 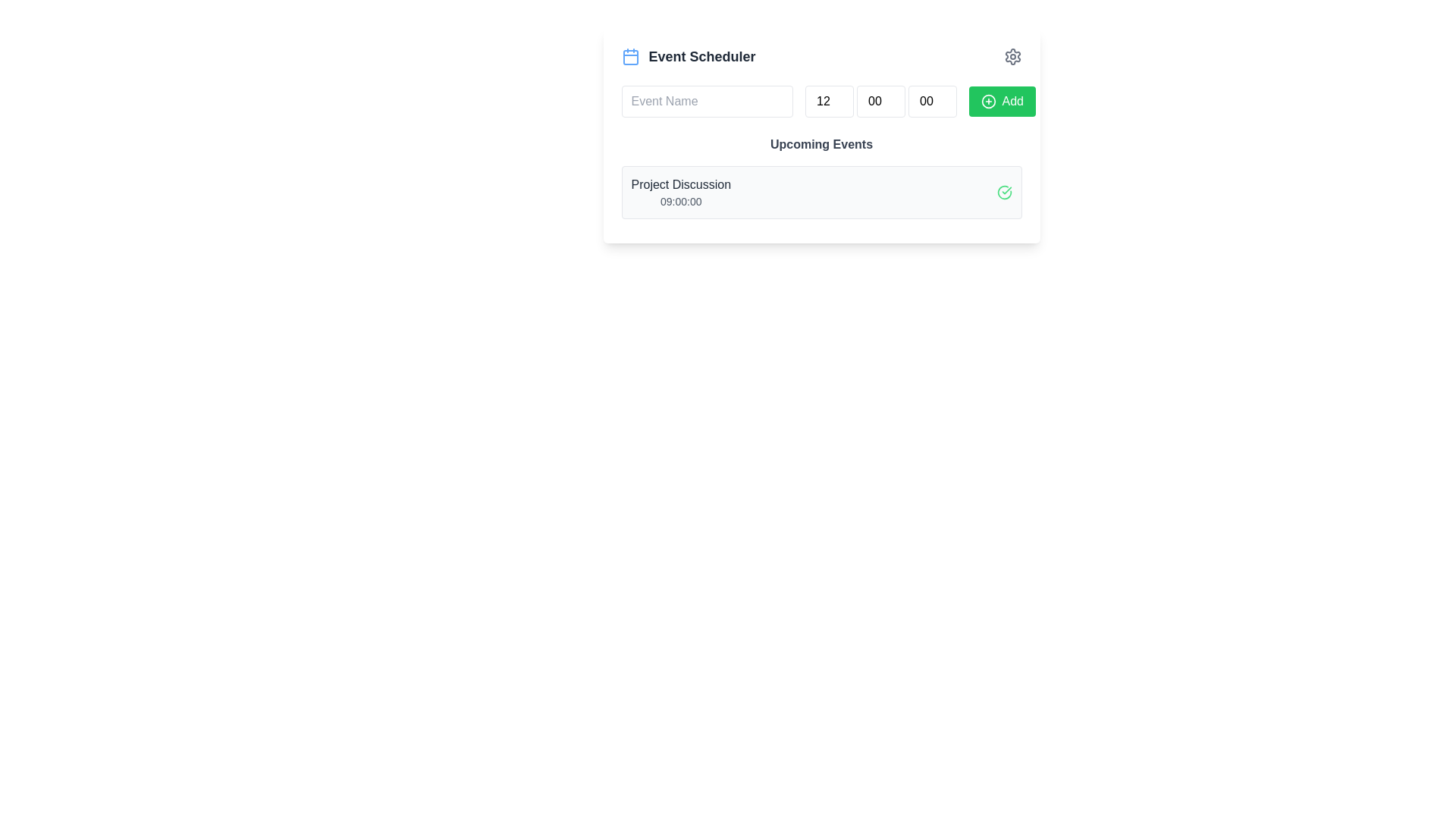 I want to click on the 'Add Event' button located at the far right of the horizontal layout below the 'Event Scheduler' heading, so click(x=1002, y=102).